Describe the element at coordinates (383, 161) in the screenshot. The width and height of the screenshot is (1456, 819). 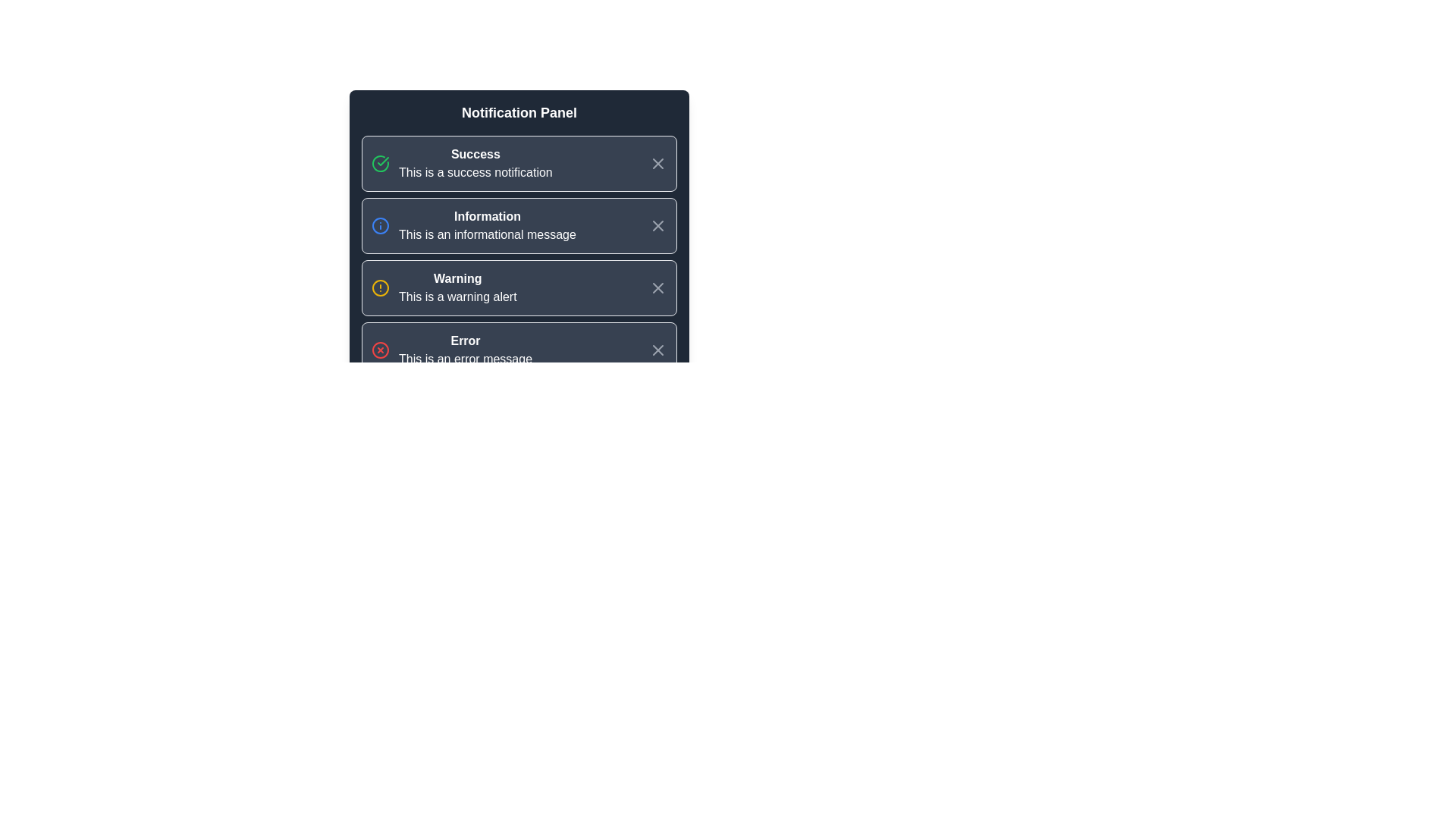
I see `the success notification icon located to the left of the 'Success' text in the notification panel` at that location.